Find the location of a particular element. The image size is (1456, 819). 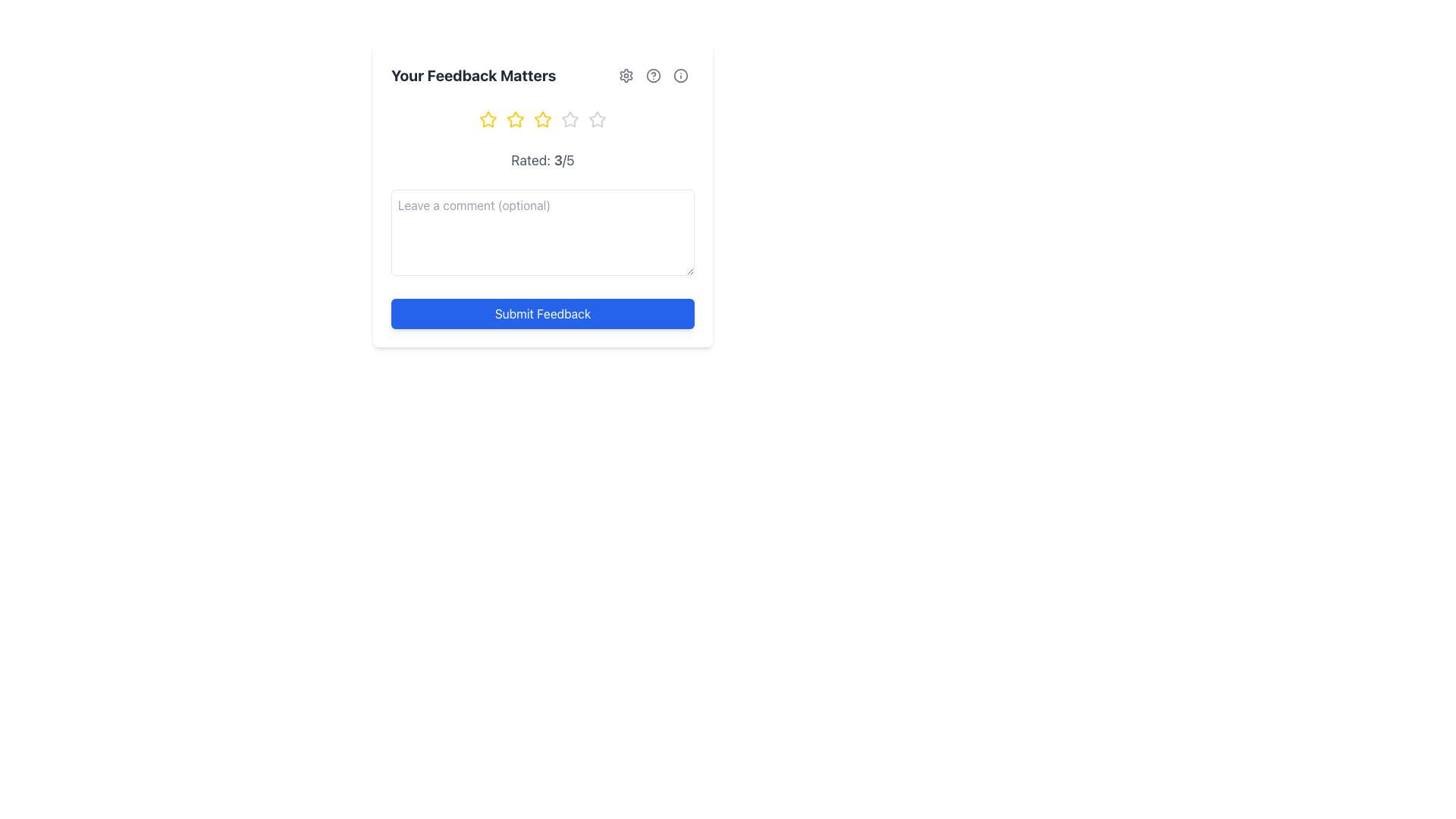

the fourth star icon in the star-rating widget is located at coordinates (570, 119).